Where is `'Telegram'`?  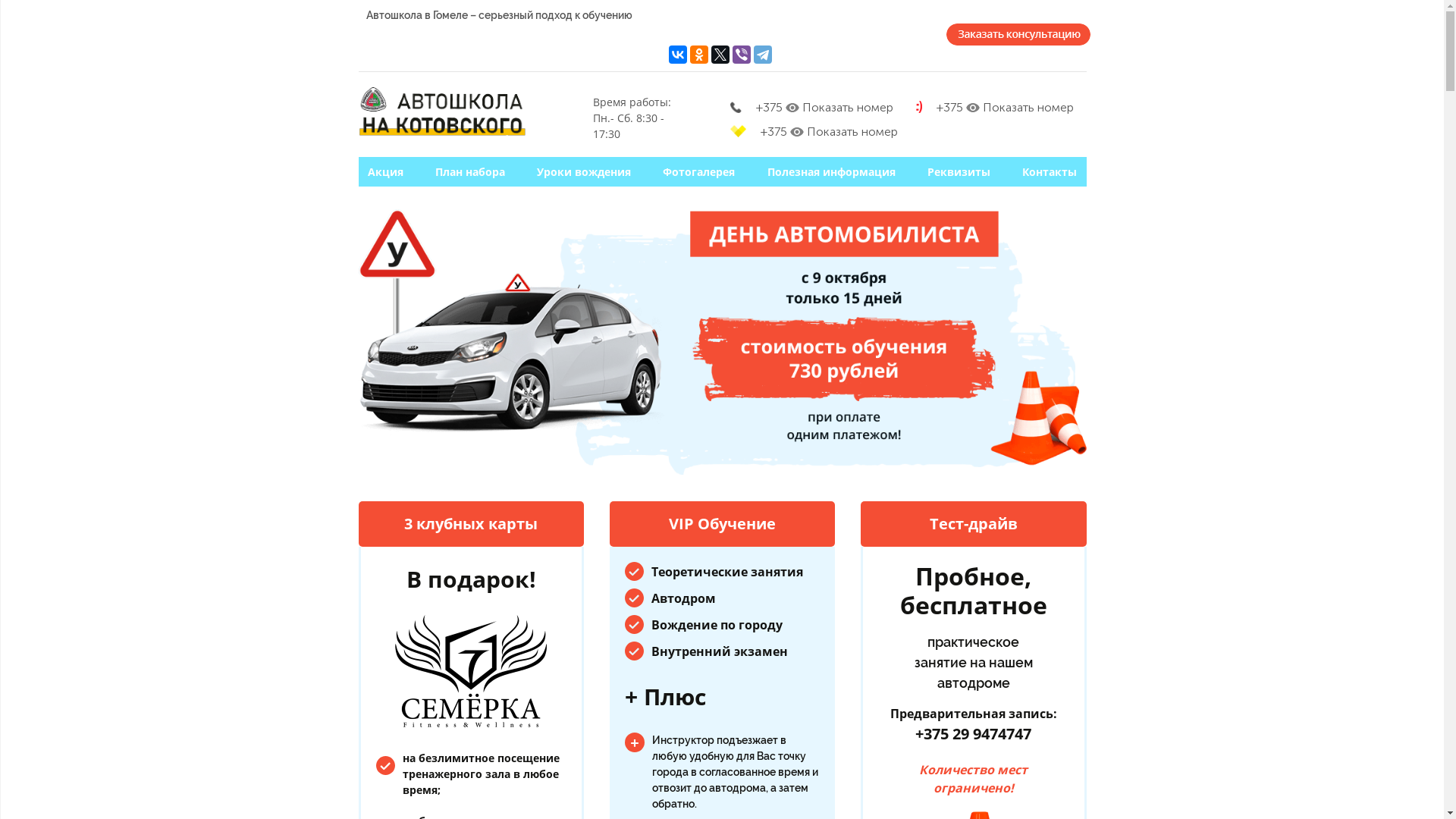
'Telegram' is located at coordinates (763, 54).